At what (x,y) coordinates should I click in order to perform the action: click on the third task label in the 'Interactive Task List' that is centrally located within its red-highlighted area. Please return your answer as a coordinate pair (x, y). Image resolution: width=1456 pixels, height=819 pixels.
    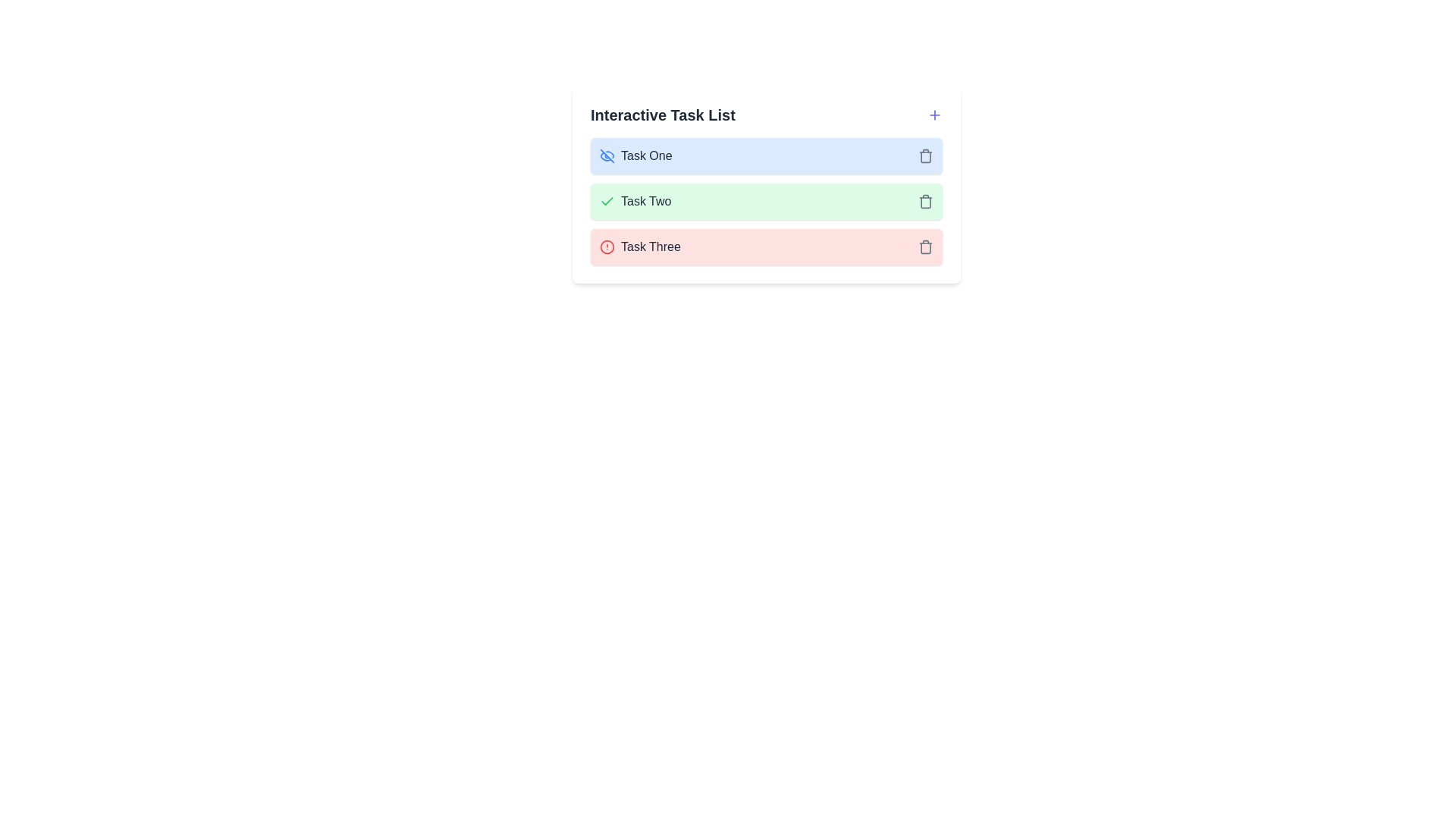
    Looking at the image, I should click on (651, 246).